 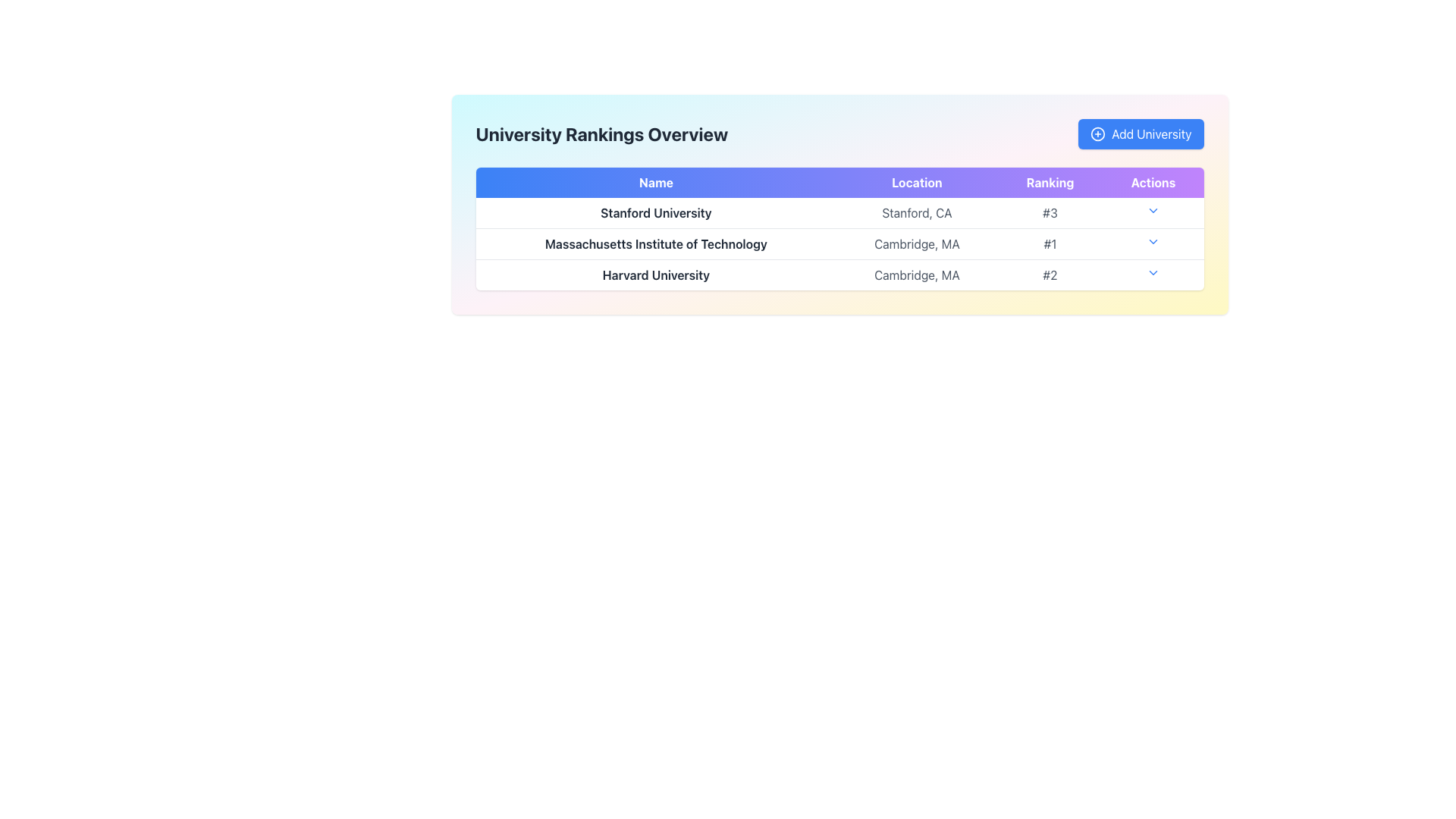 What do you see at coordinates (1050, 243) in the screenshot?
I see `the Text Label indicating the ranking position '#1' for 'Massachusetts Institute of Technology' in the university ranking table, located in the 'Ranking' column` at bounding box center [1050, 243].